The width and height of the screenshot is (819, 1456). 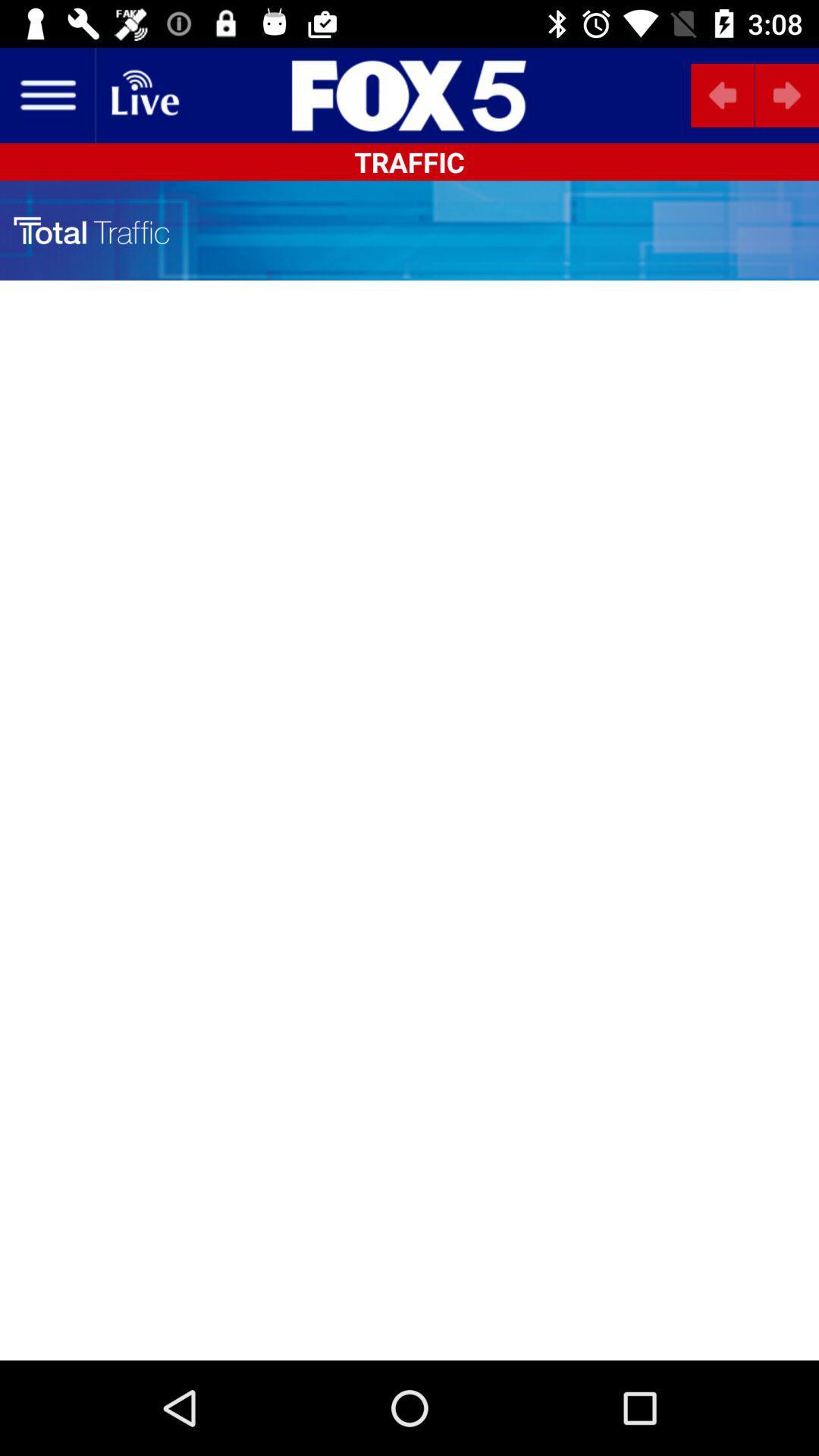 What do you see at coordinates (409, 94) in the screenshot?
I see `the sliders icon` at bounding box center [409, 94].